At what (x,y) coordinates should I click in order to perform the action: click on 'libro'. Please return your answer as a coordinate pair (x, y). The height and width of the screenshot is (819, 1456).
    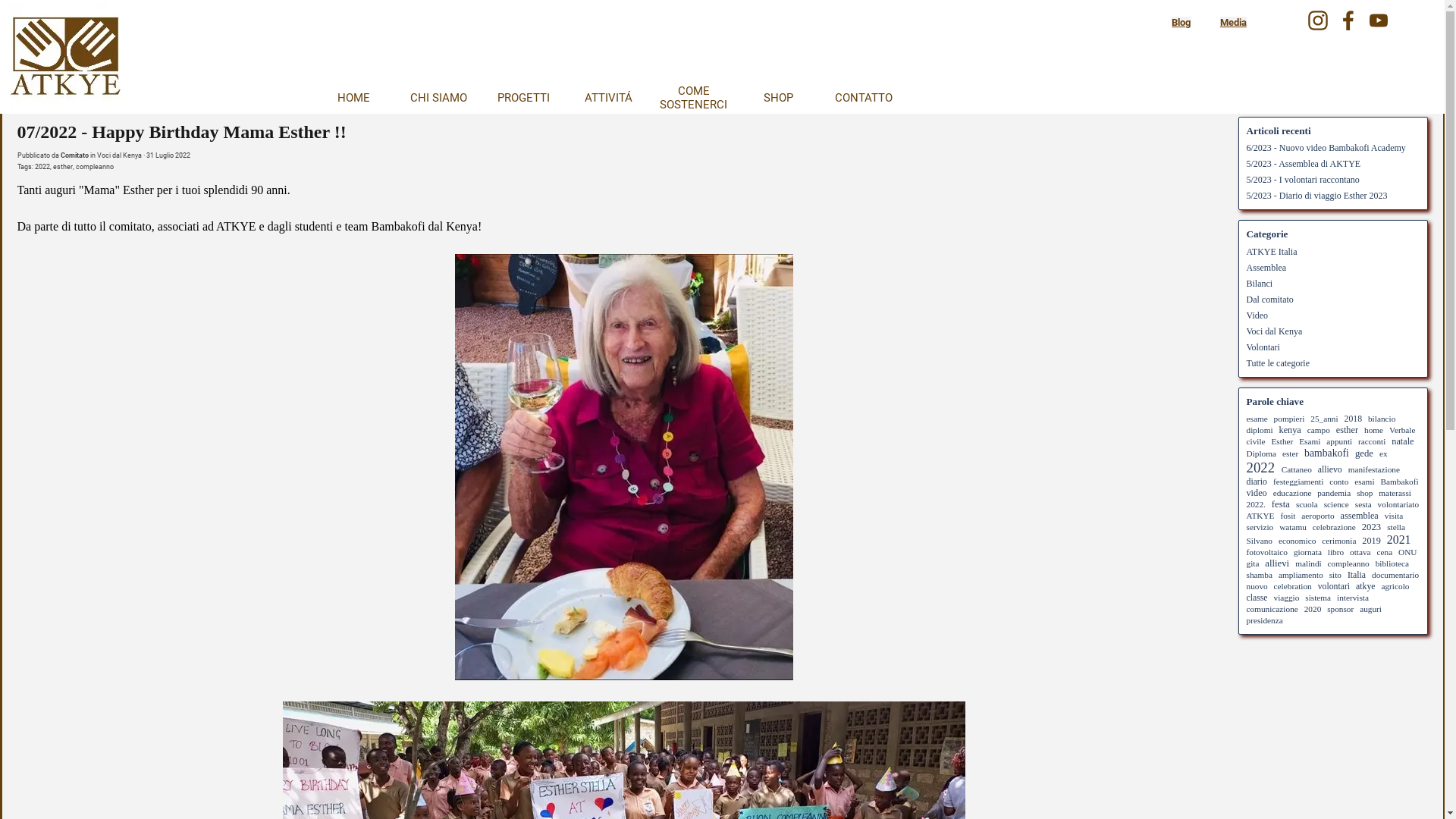
    Looking at the image, I should click on (1335, 552).